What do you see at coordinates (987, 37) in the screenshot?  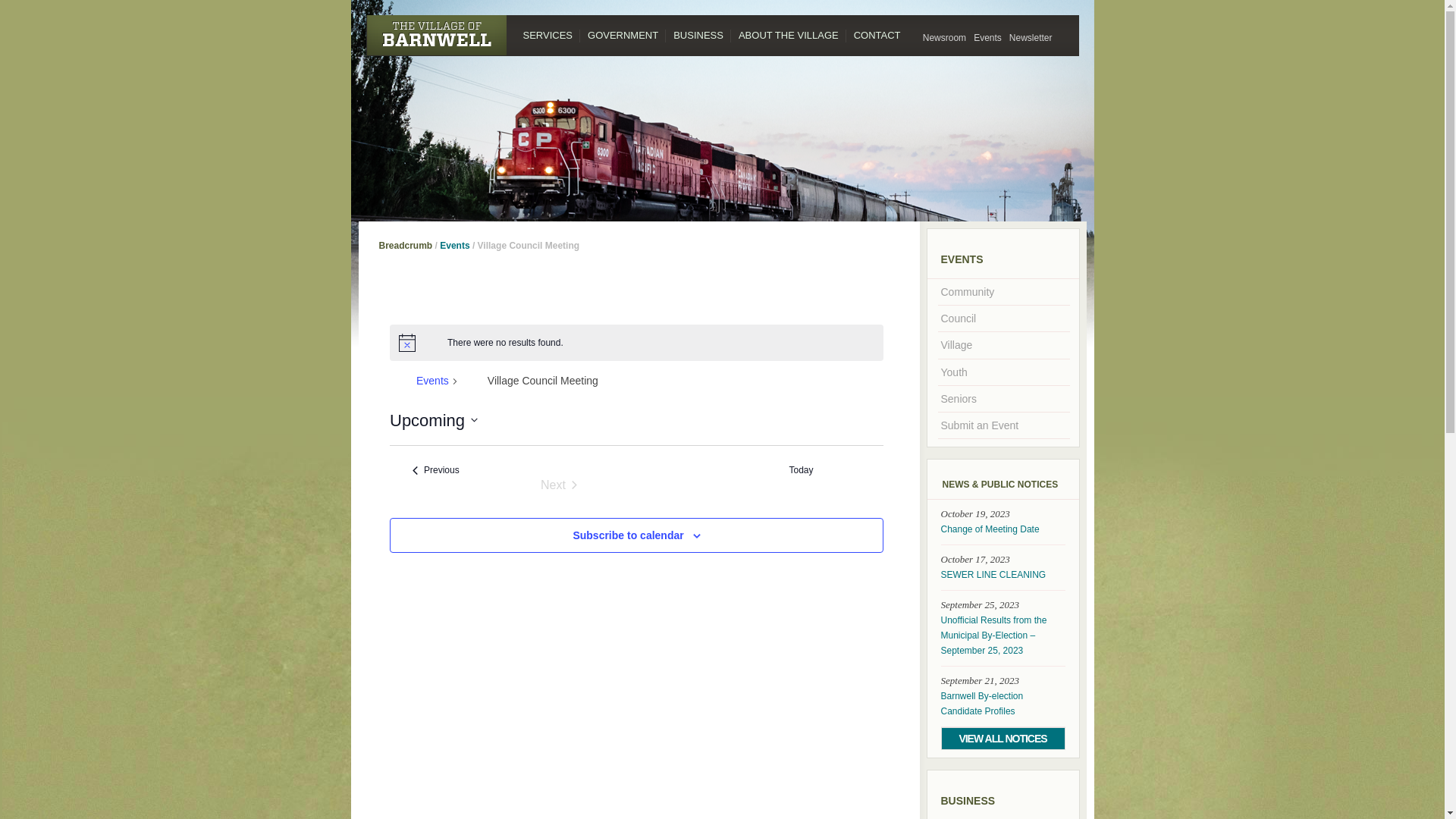 I see `'Events'` at bounding box center [987, 37].